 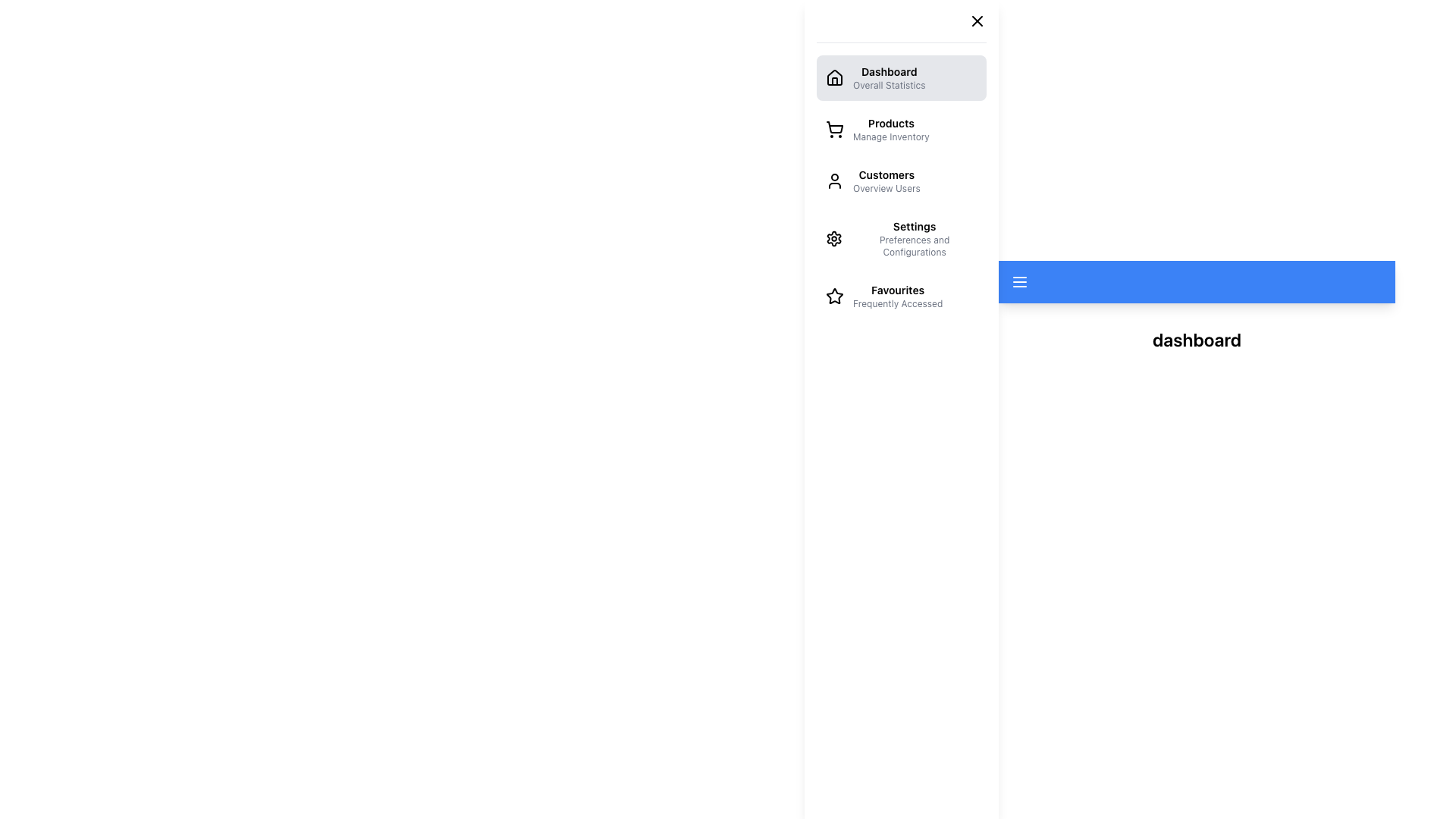 What do you see at coordinates (833, 78) in the screenshot?
I see `the house-shaped icon representing the 'Dashboard' in the vertical navigation menu` at bounding box center [833, 78].